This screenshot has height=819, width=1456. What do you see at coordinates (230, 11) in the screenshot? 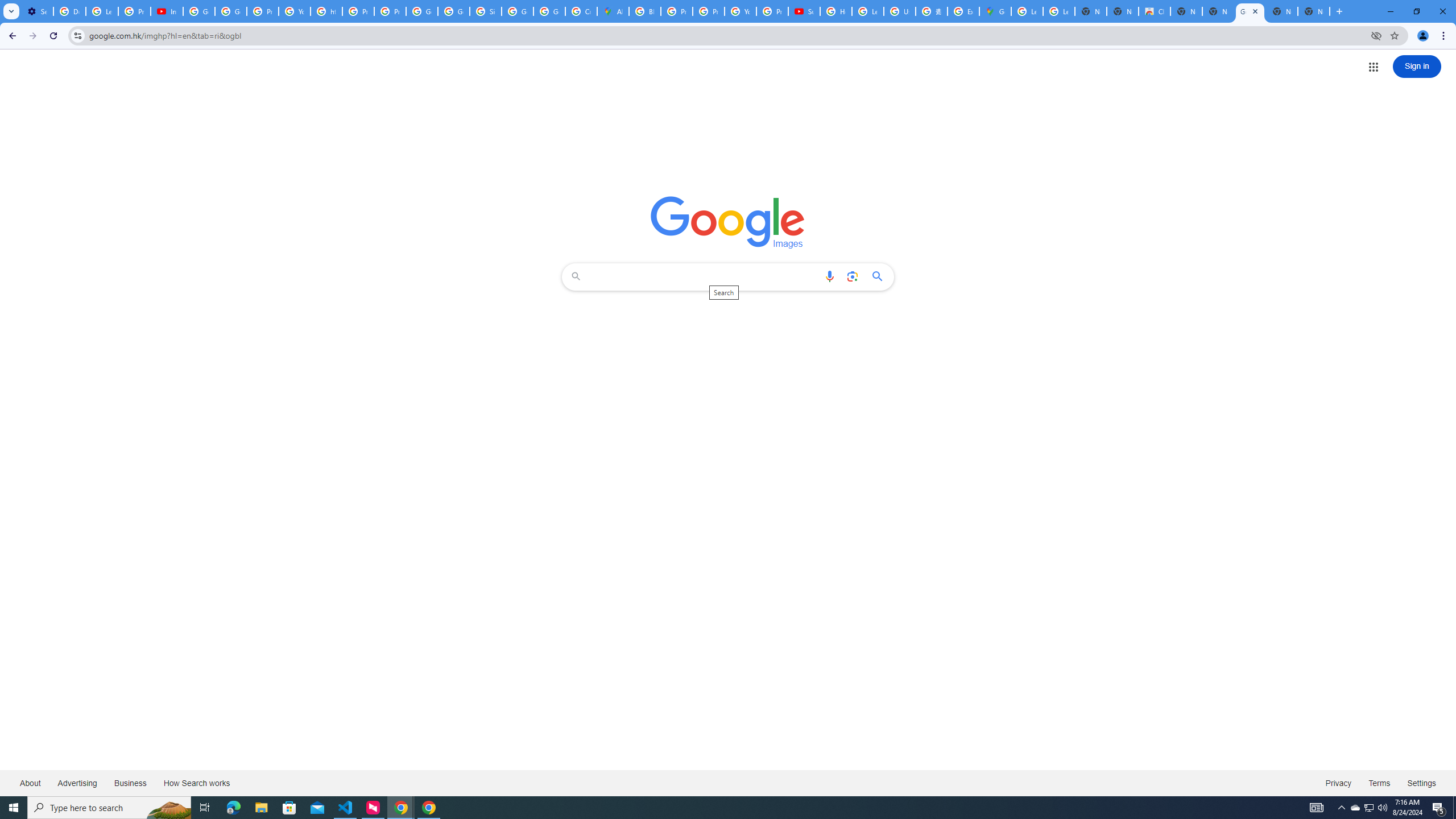
I see `'Google Account Help'` at bounding box center [230, 11].